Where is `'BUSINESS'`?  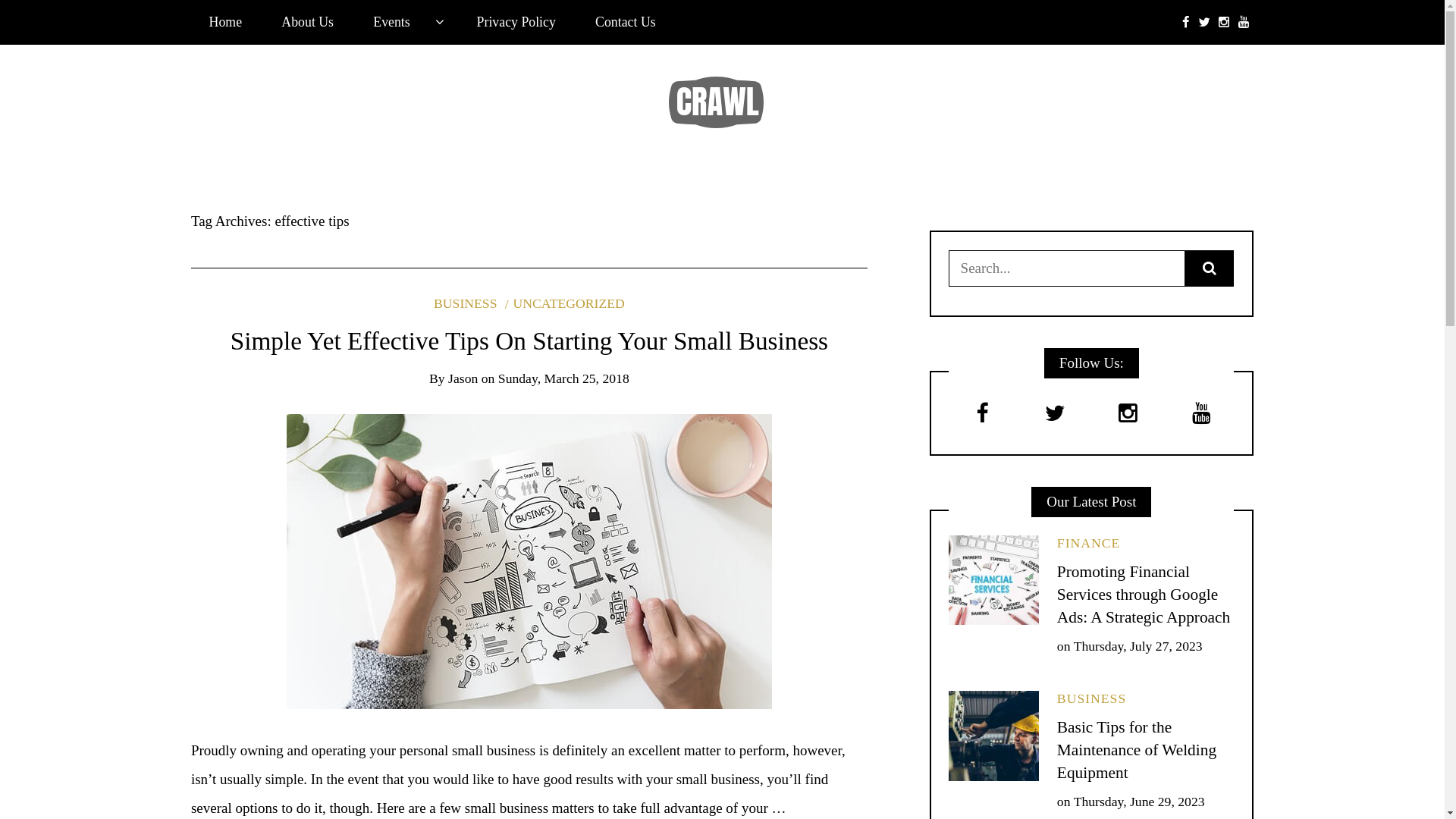
'BUSINESS' is located at coordinates (464, 303).